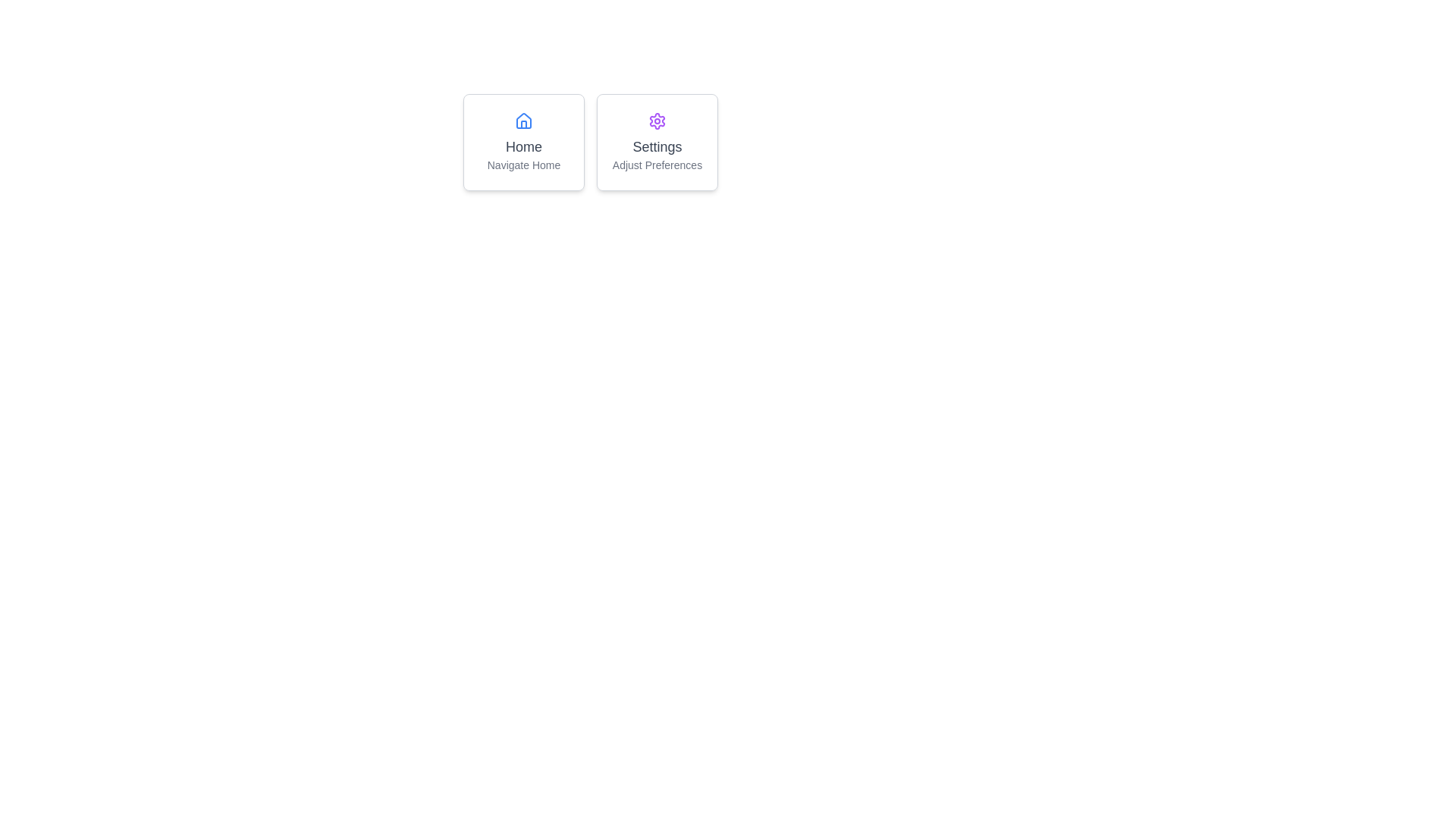  What do you see at coordinates (657, 165) in the screenshot?
I see `the explanatory text label located below the 'Settings' title within the 'Settings' card` at bounding box center [657, 165].